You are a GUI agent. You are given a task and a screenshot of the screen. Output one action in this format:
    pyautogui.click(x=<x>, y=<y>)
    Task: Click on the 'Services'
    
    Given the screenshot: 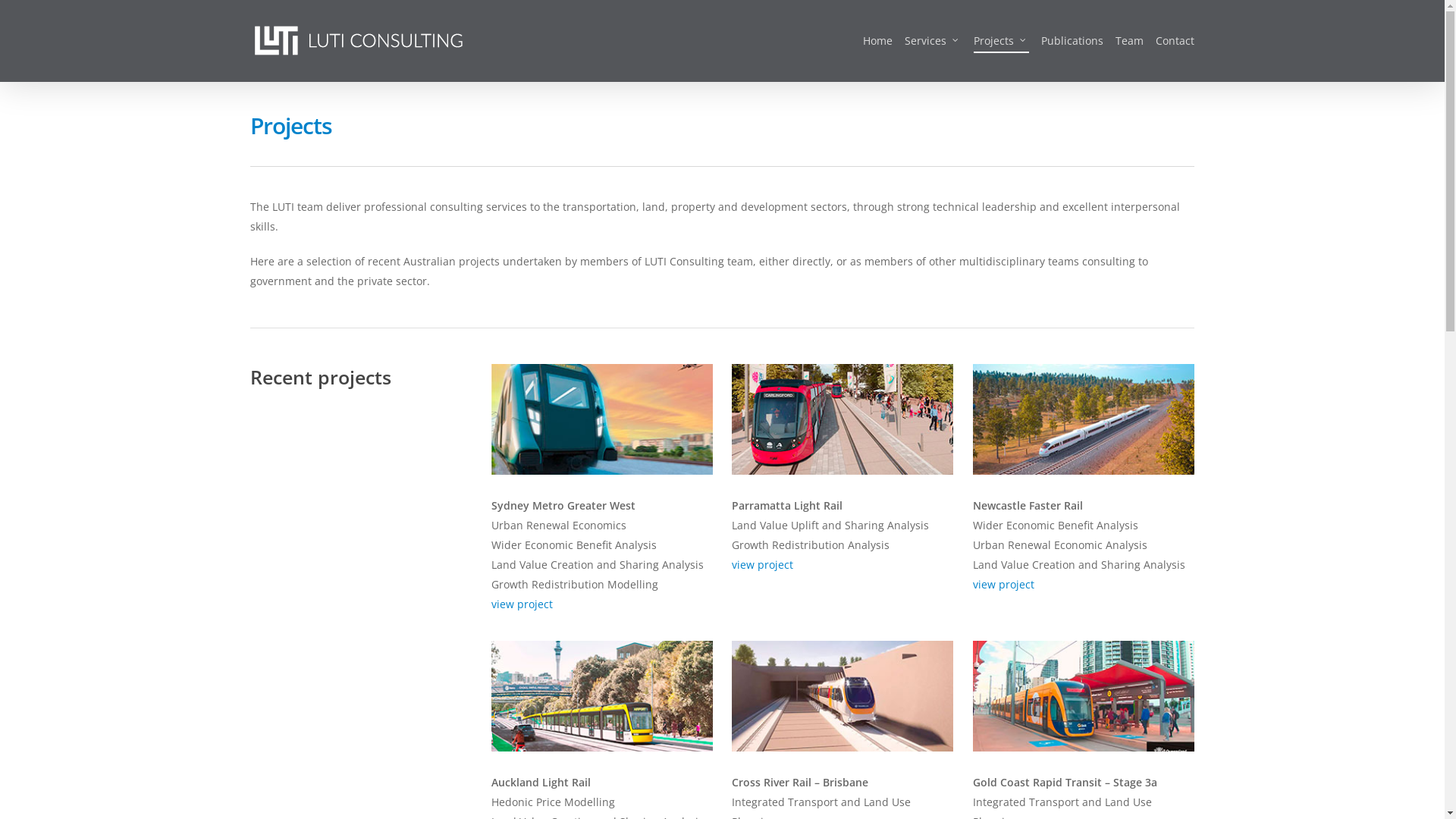 What is the action you would take?
    pyautogui.click(x=905, y=40)
    